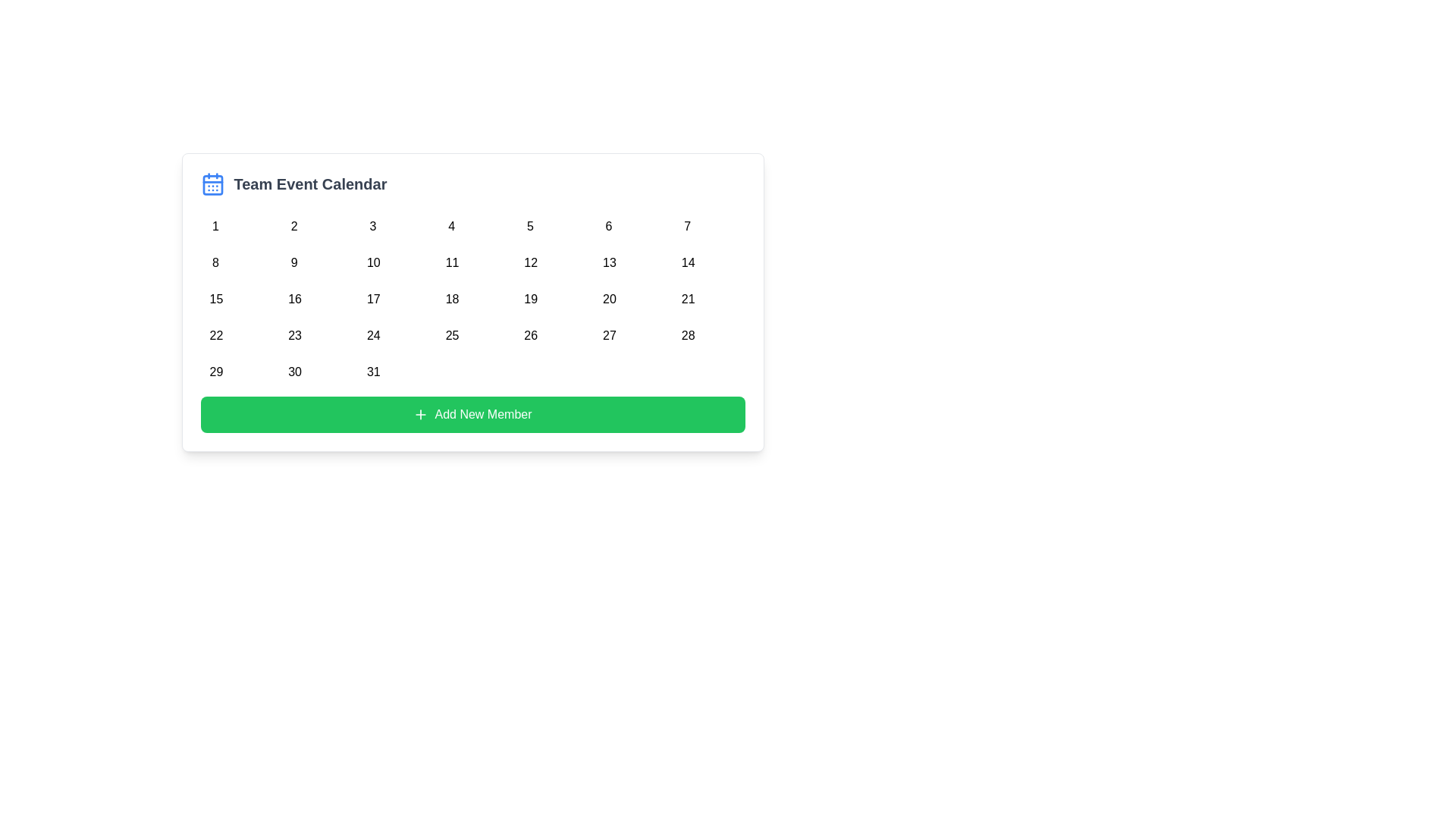 Image resolution: width=1456 pixels, height=819 pixels. Describe the element at coordinates (215, 223) in the screenshot. I see `the top-left rounded rectangular button containing the number '1'` at that location.